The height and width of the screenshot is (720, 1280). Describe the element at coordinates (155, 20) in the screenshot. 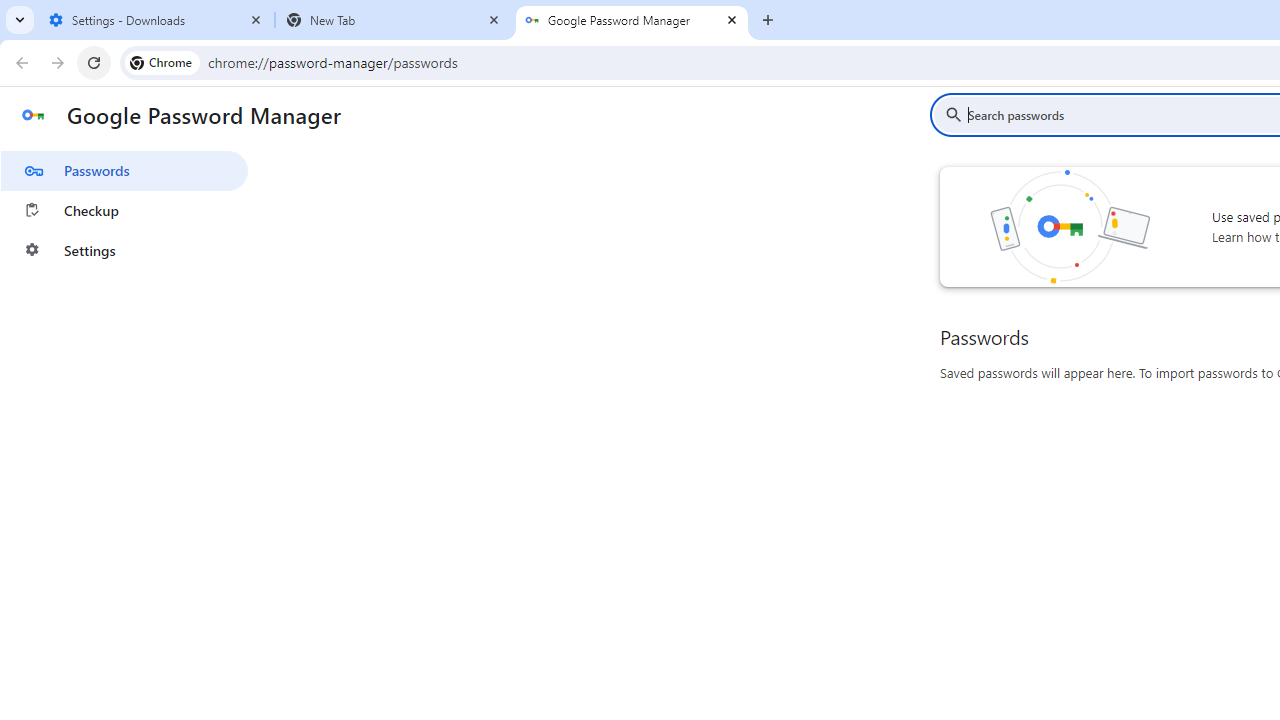

I see `'Settings - Downloads'` at that location.